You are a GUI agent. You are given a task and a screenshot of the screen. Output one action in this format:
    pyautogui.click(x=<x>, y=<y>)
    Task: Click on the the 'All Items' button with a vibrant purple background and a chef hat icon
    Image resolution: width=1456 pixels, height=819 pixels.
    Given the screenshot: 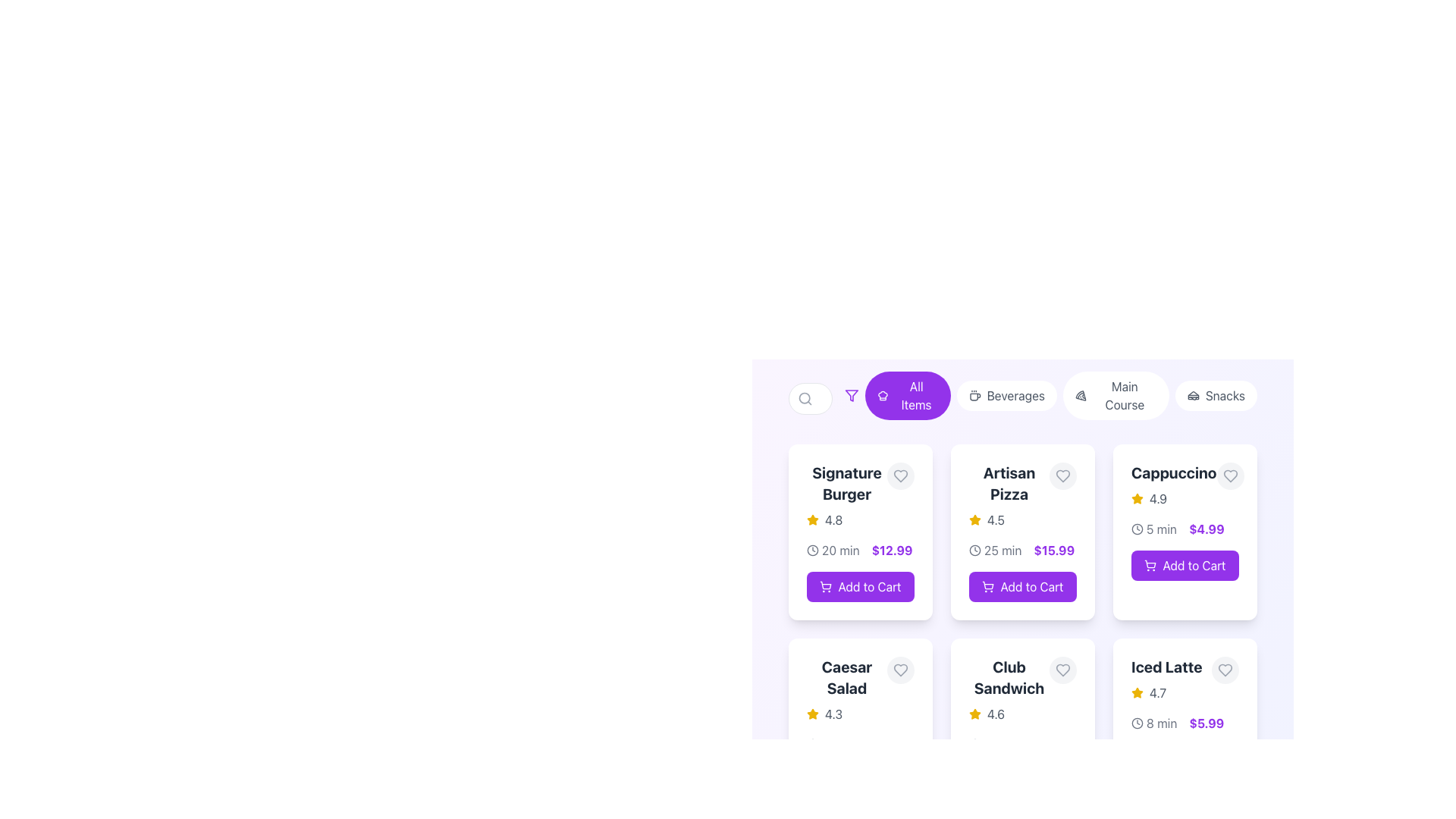 What is the action you would take?
    pyautogui.click(x=908, y=394)
    